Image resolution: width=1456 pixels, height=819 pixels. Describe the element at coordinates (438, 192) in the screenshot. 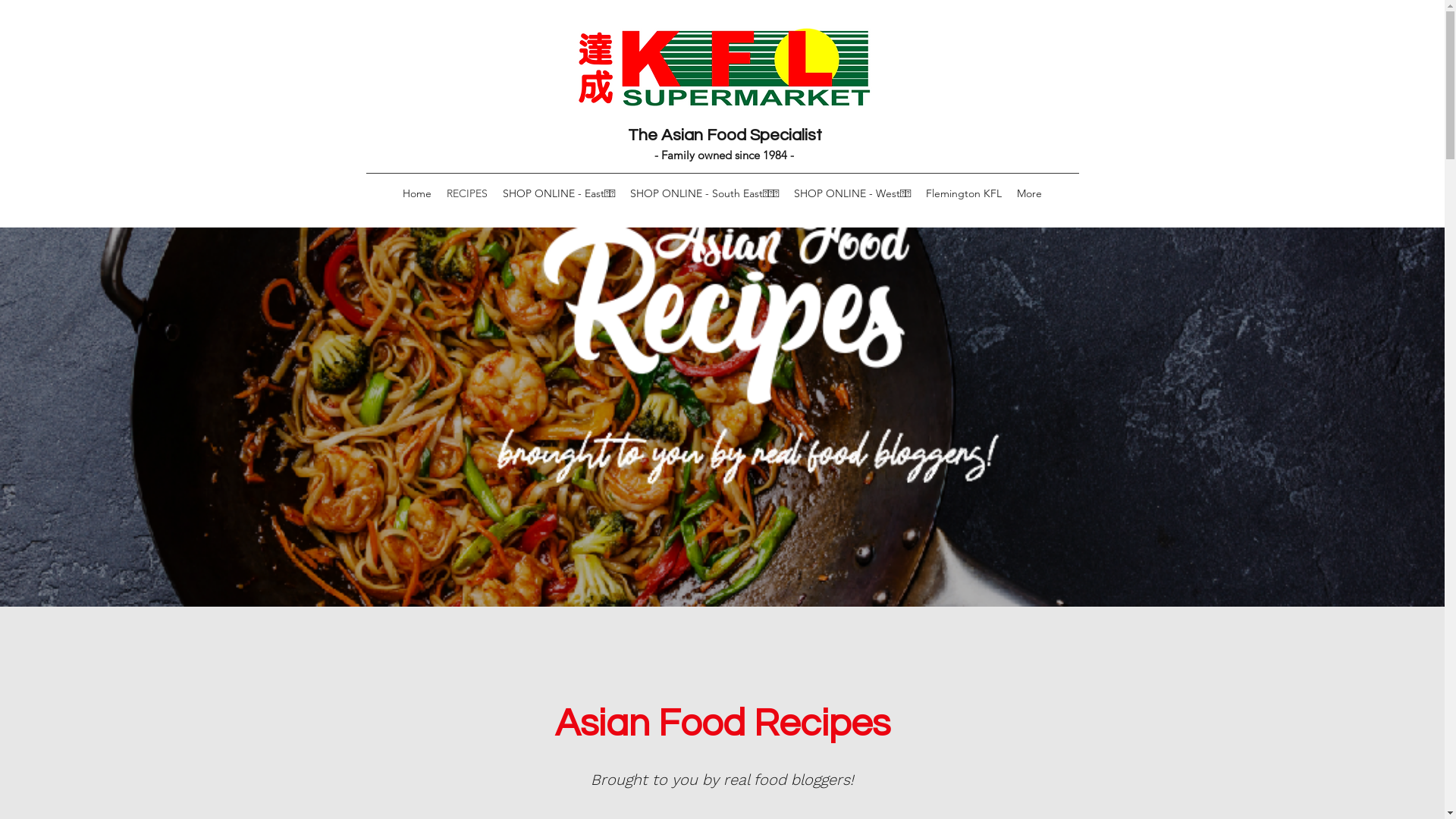

I see `'RECIPES'` at that location.